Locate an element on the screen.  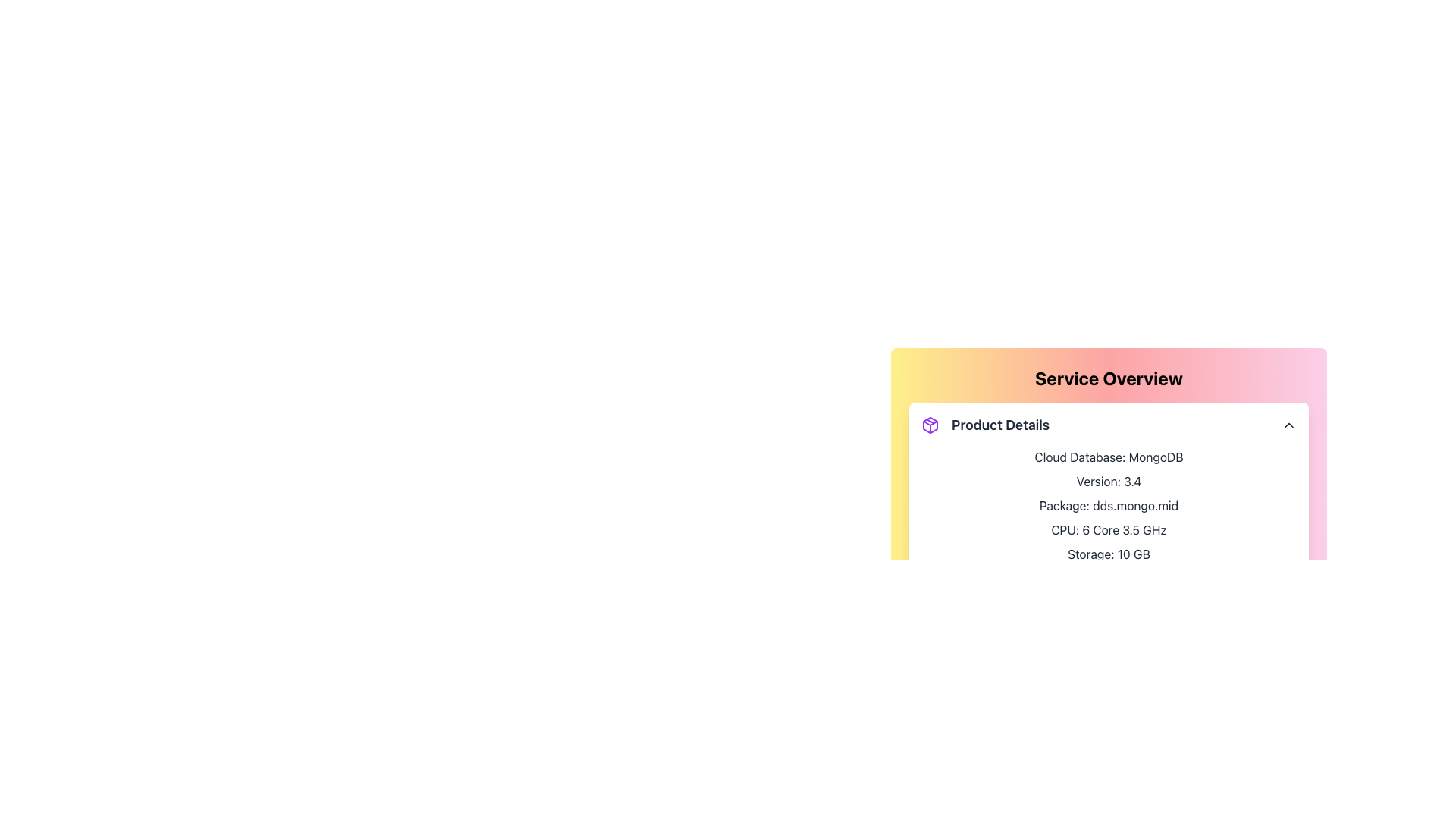
the ornamental graphical component integrated in the SVG located in the top-left corner of the 'Service Overview' card, near the 'Product Details' text is located at coordinates (930, 423).